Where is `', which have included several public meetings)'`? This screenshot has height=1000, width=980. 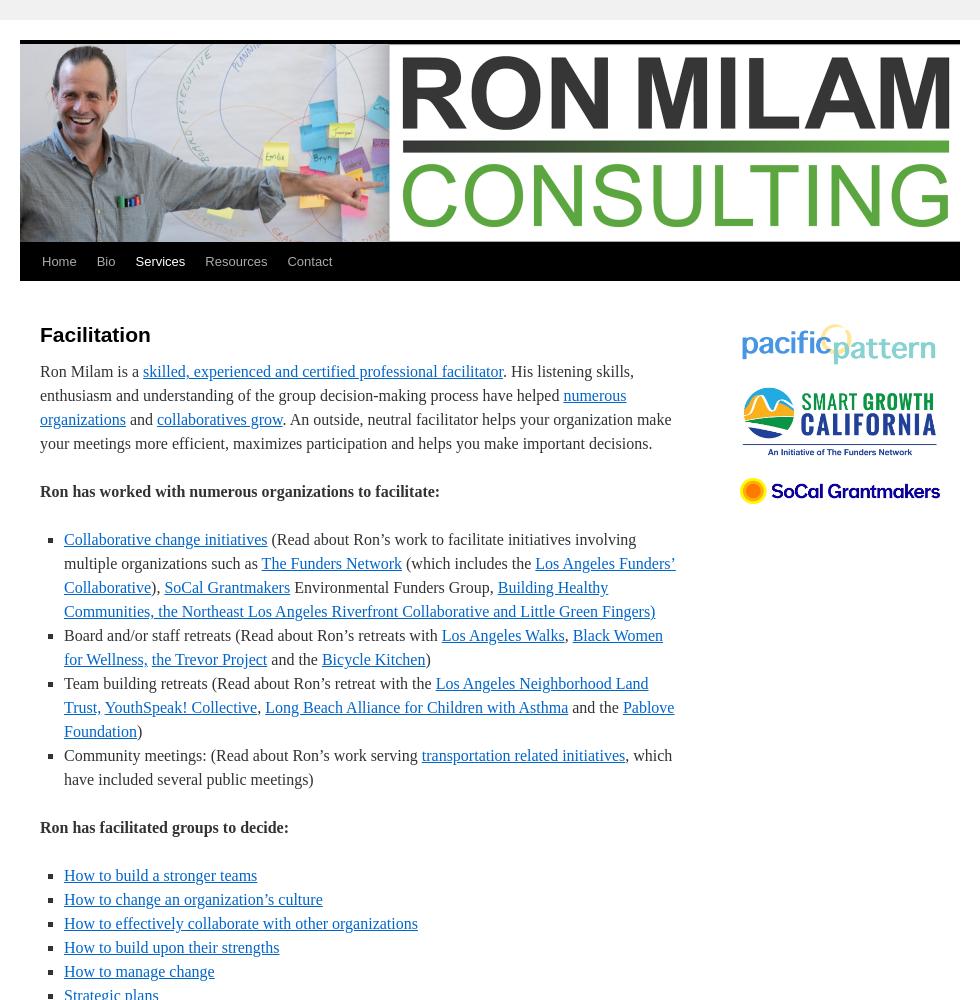
', which have included several public meetings)' is located at coordinates (367, 767).